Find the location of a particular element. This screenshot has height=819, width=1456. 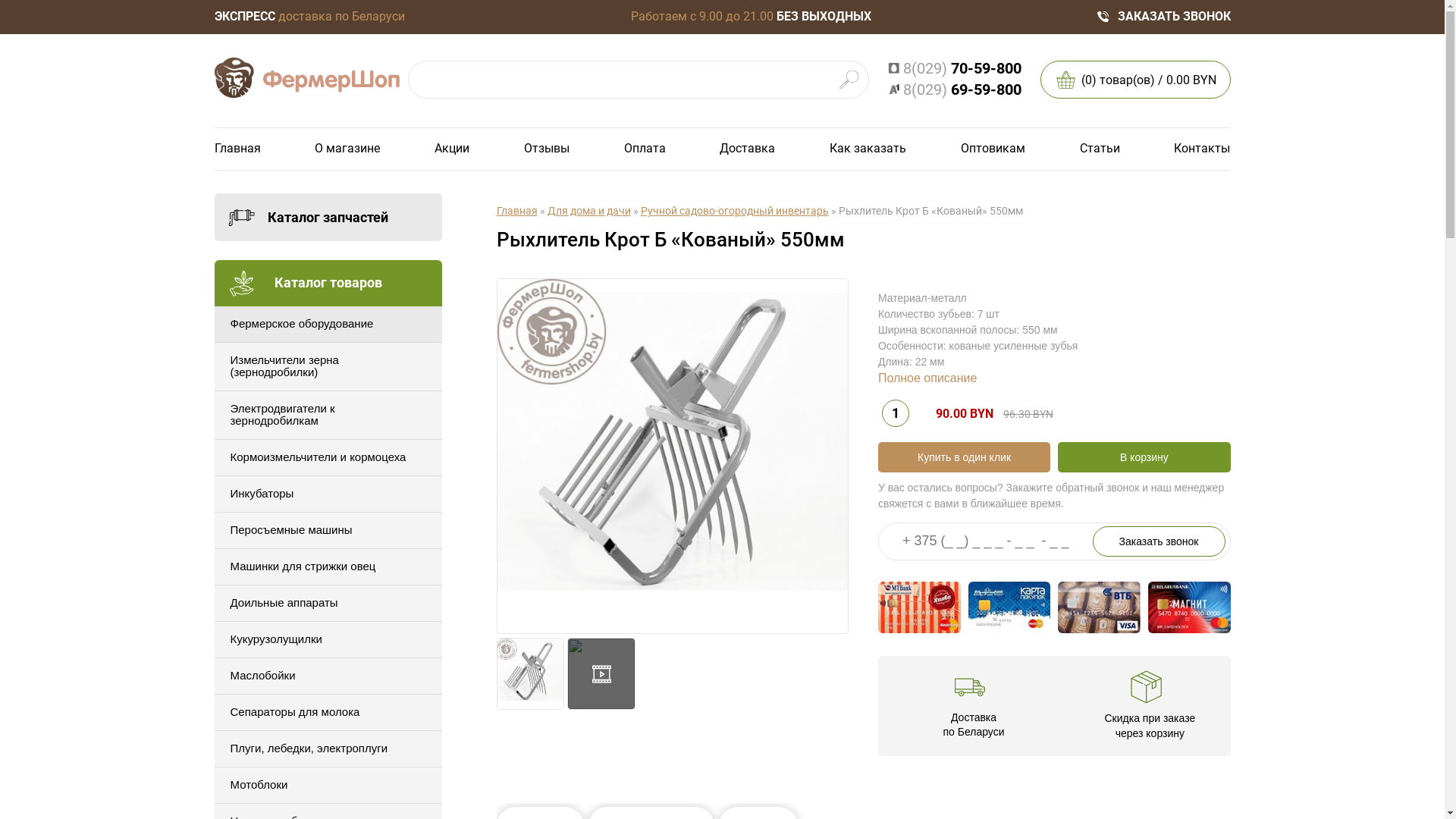

'8(029) 69-59-800' is located at coordinates (952, 89).